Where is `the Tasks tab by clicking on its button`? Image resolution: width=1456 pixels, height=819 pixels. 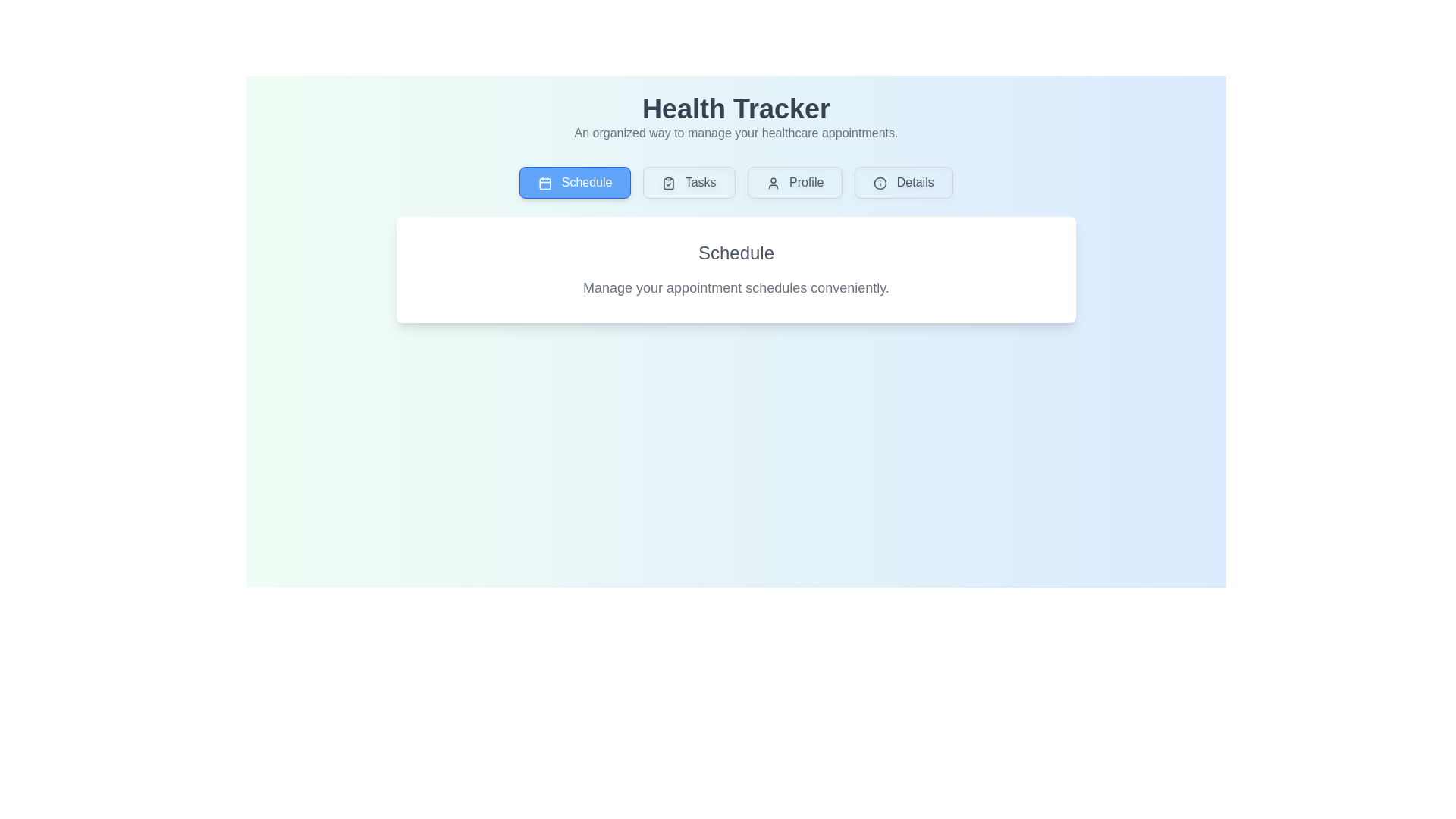 the Tasks tab by clicking on its button is located at coordinates (688, 181).